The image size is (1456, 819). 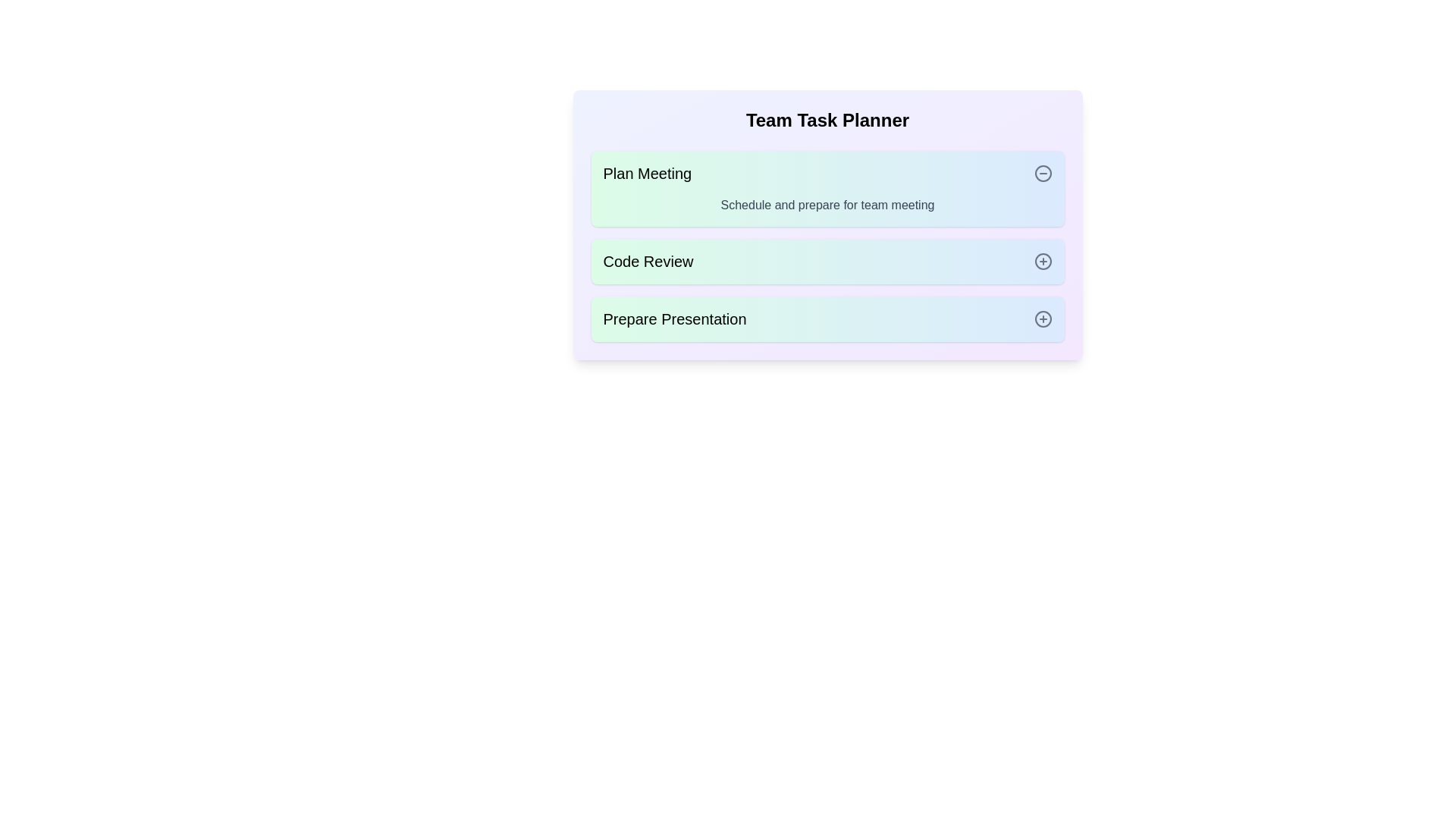 What do you see at coordinates (1042, 260) in the screenshot?
I see `the toggle button for the task with name Code Review` at bounding box center [1042, 260].